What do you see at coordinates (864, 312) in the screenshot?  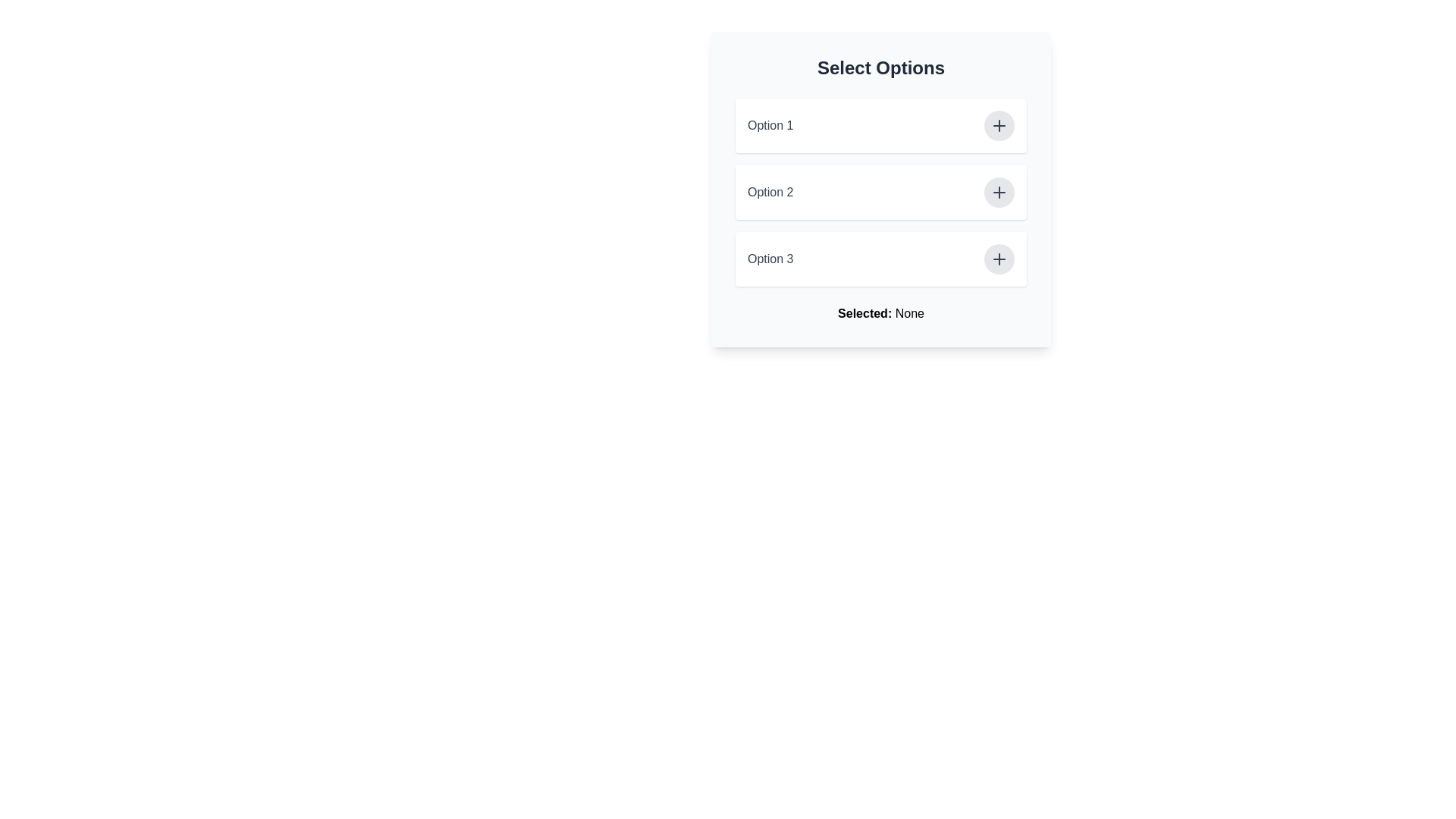 I see `the bolded text label displaying 'Selected:' which is located at the bottom of the visible card interface, preceding the value 'None'` at bounding box center [864, 312].